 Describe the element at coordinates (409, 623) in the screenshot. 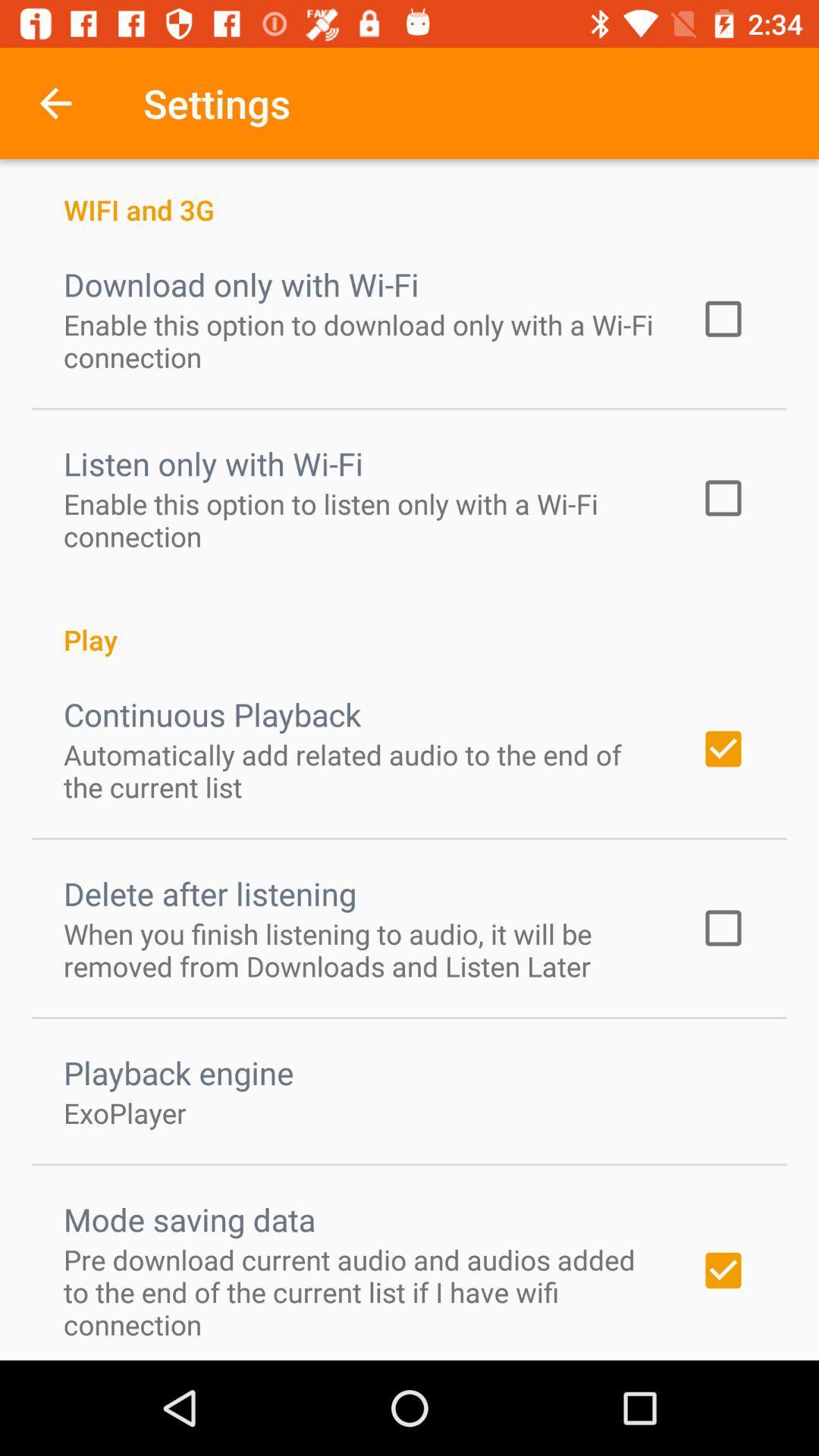

I see `icon below enable this option` at that location.